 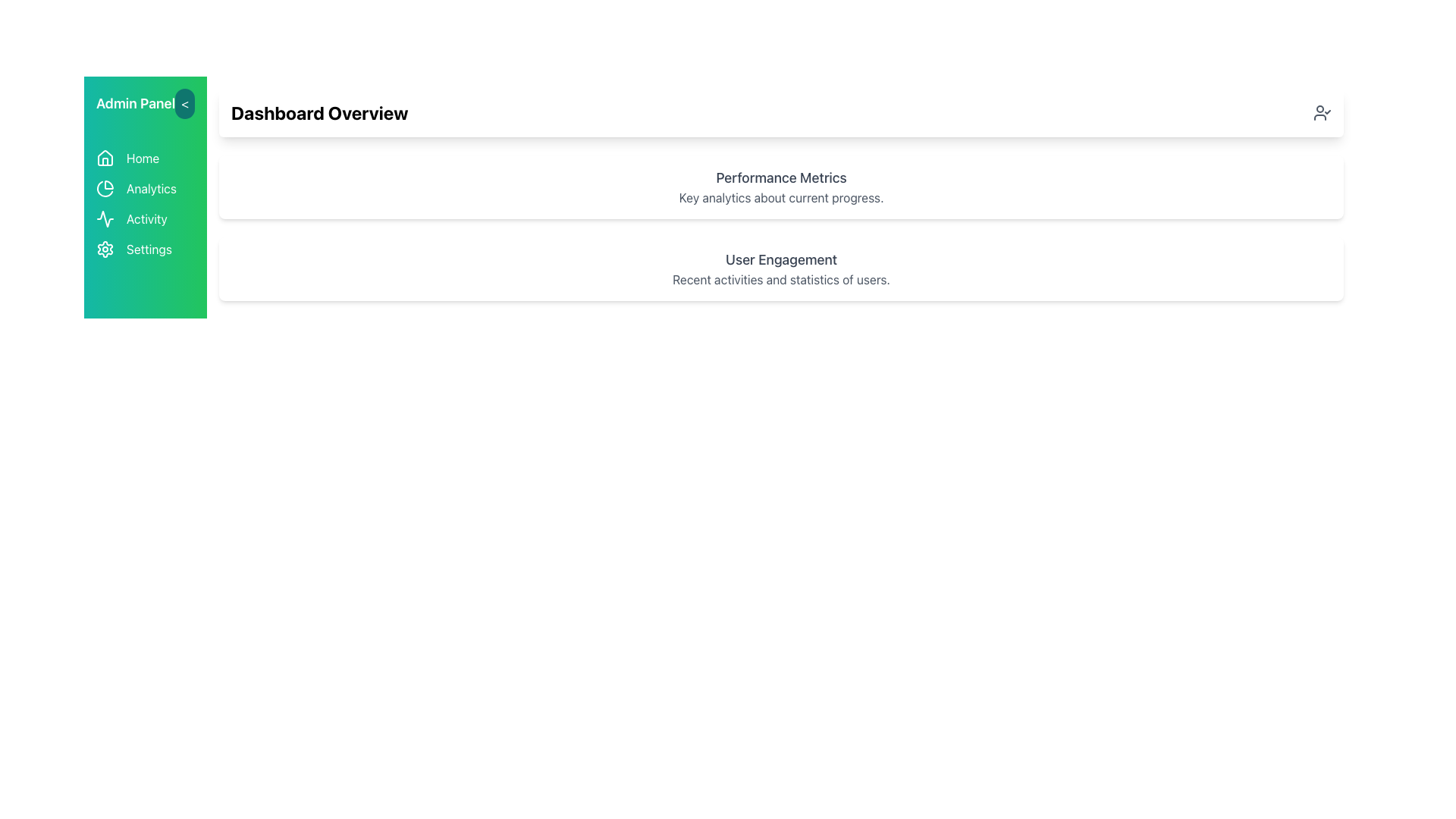 I want to click on the gear-shaped icon with a white outline on a green background, located to the left of the 'Settings' label in the sidebar, so click(x=105, y=248).